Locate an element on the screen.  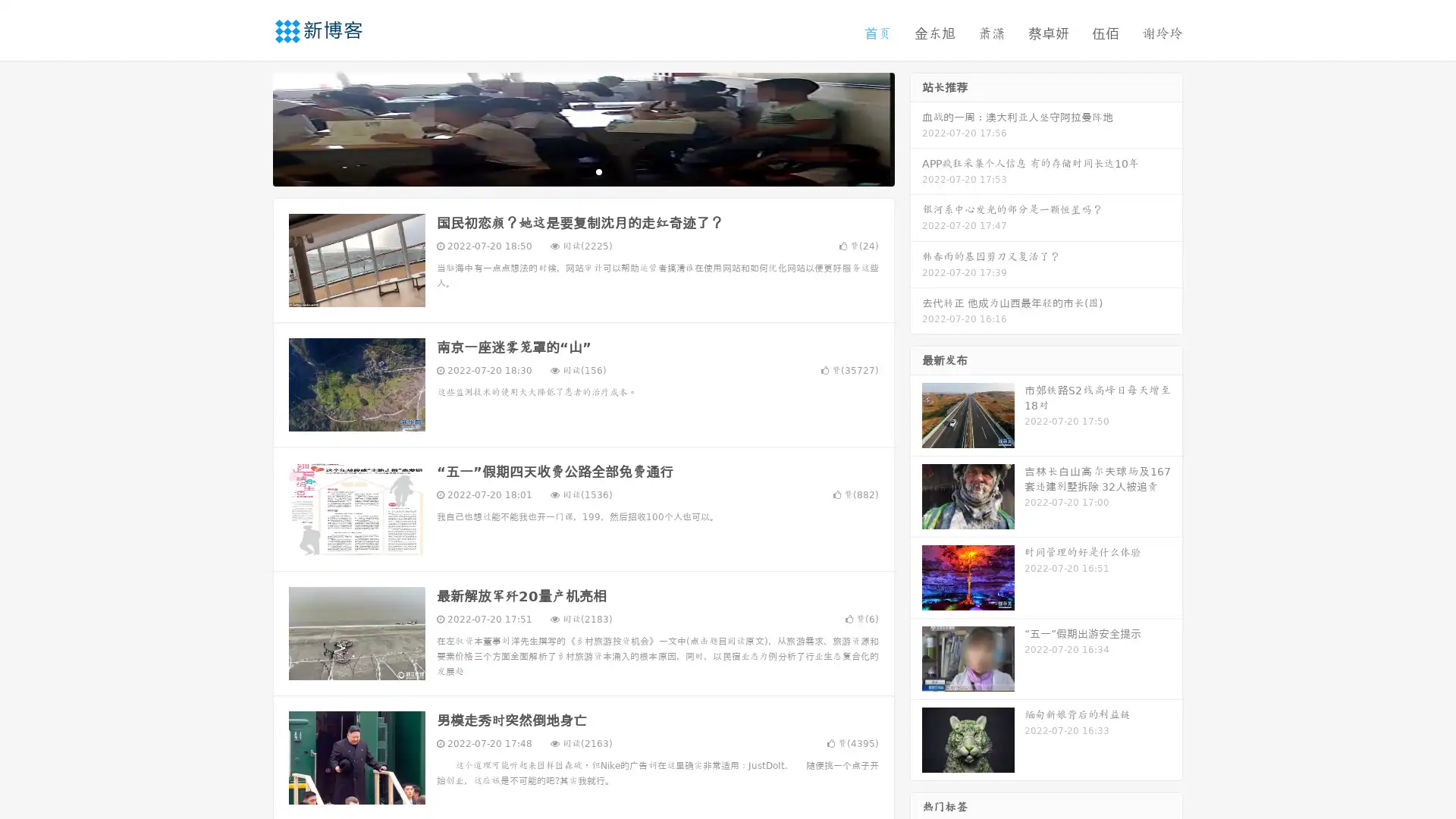
Next slide is located at coordinates (916, 127).